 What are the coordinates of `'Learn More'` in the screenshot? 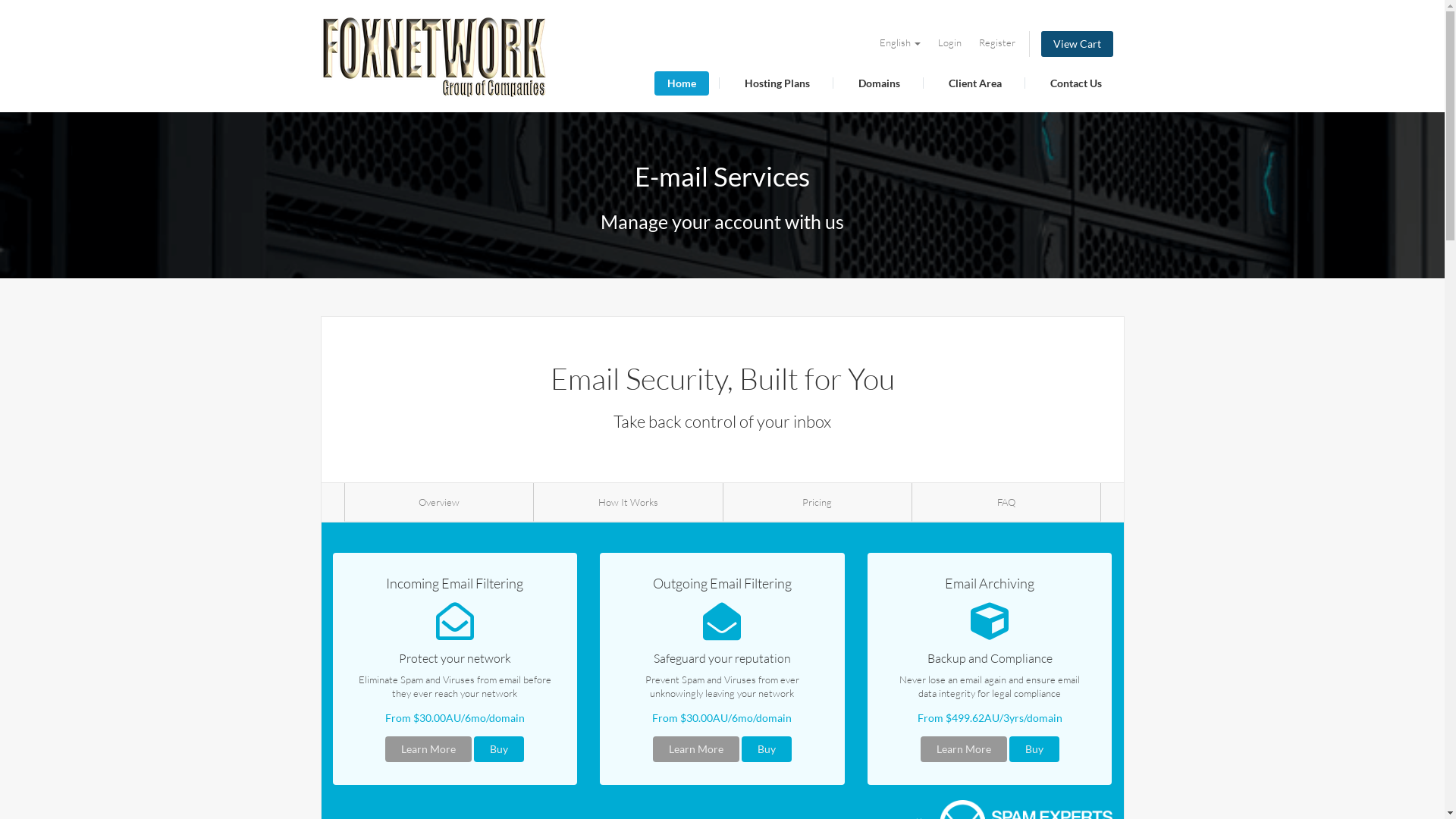 It's located at (695, 748).